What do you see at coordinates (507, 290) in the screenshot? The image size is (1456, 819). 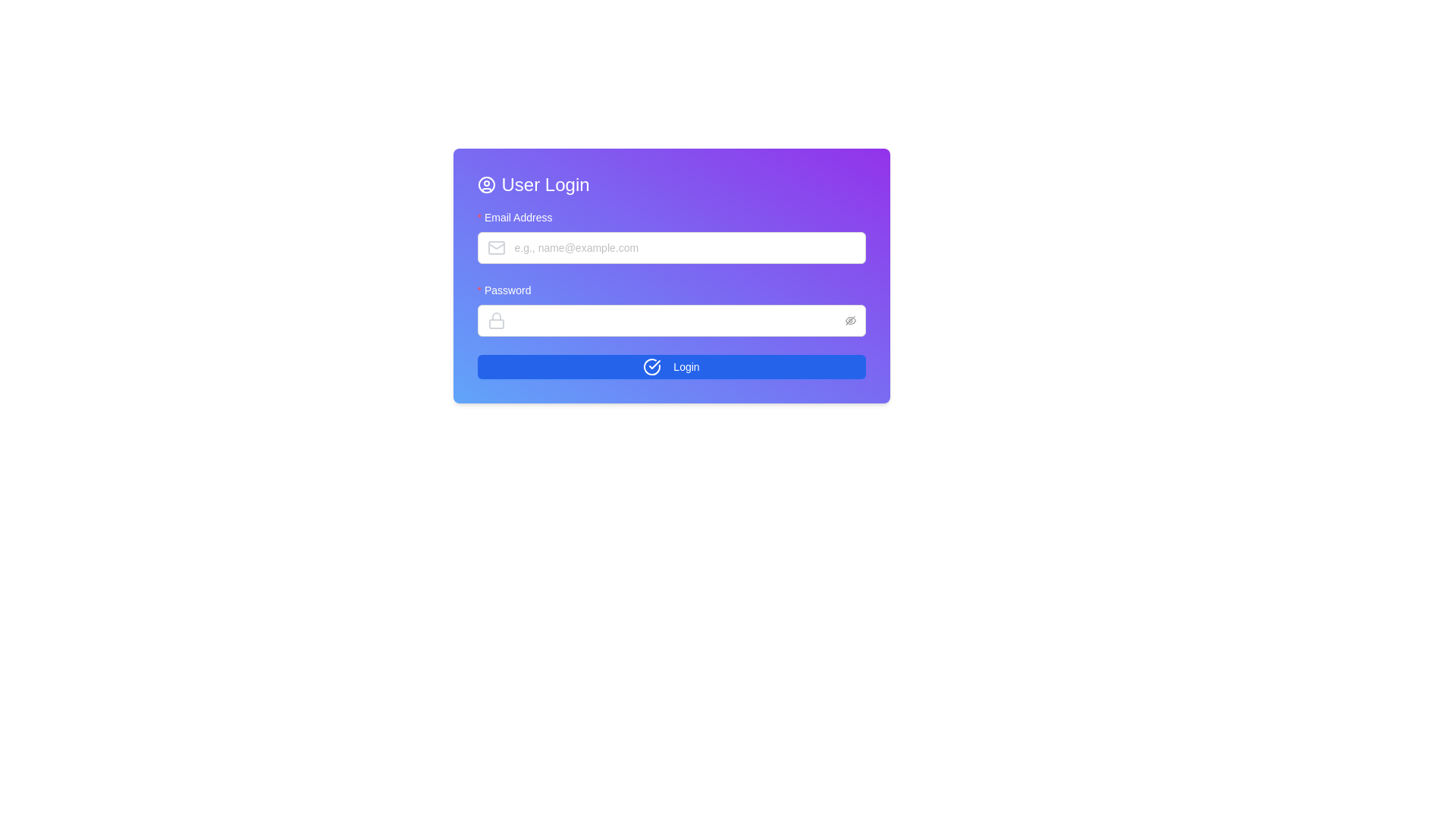 I see `the 'Password' text label, which is displayed in bold white font and is positioned above the password input field, to the right of a red asterisk indicating it's a required field` at bounding box center [507, 290].